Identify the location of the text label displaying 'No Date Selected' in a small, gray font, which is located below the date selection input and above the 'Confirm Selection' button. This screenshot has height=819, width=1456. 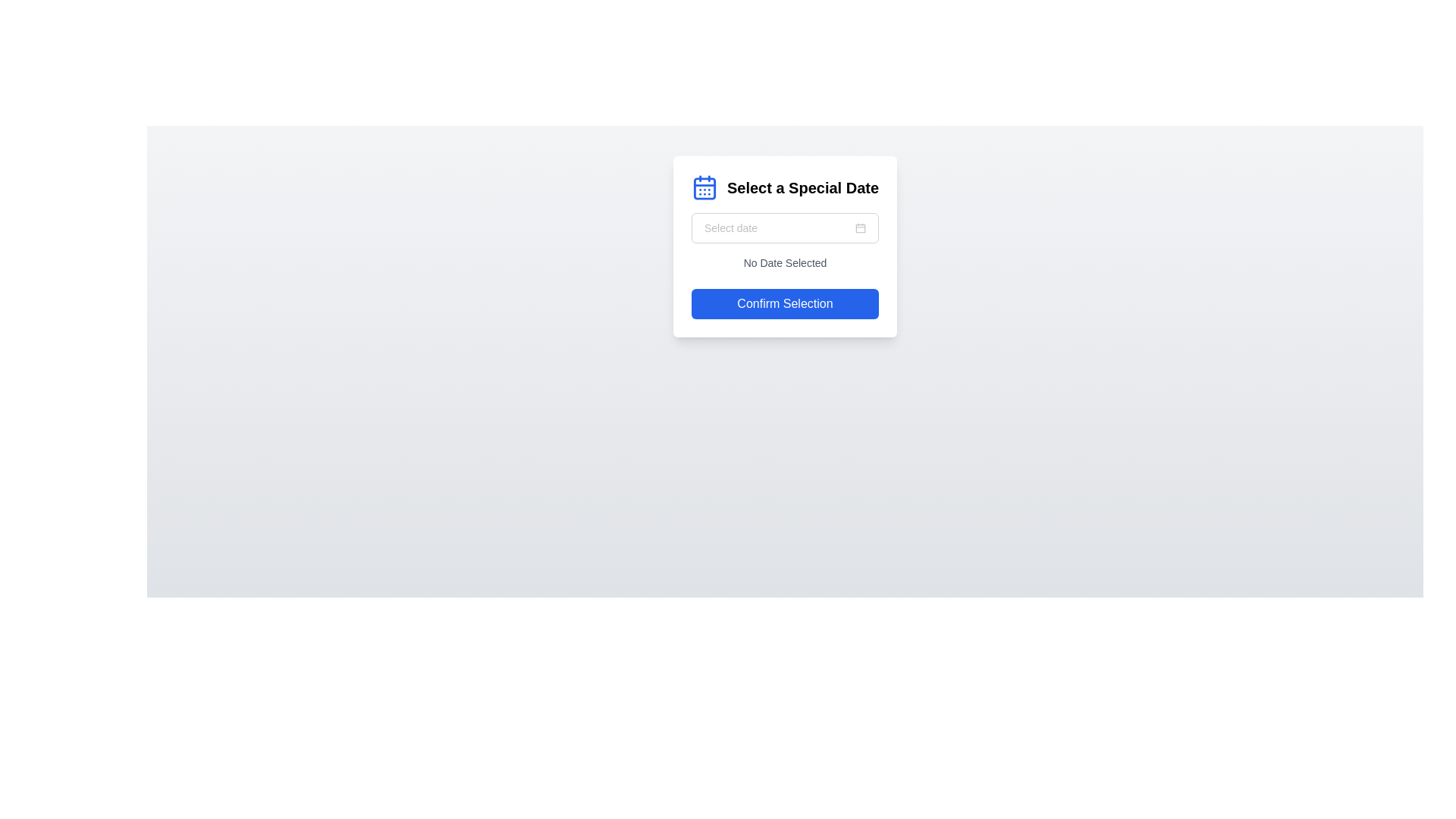
(785, 262).